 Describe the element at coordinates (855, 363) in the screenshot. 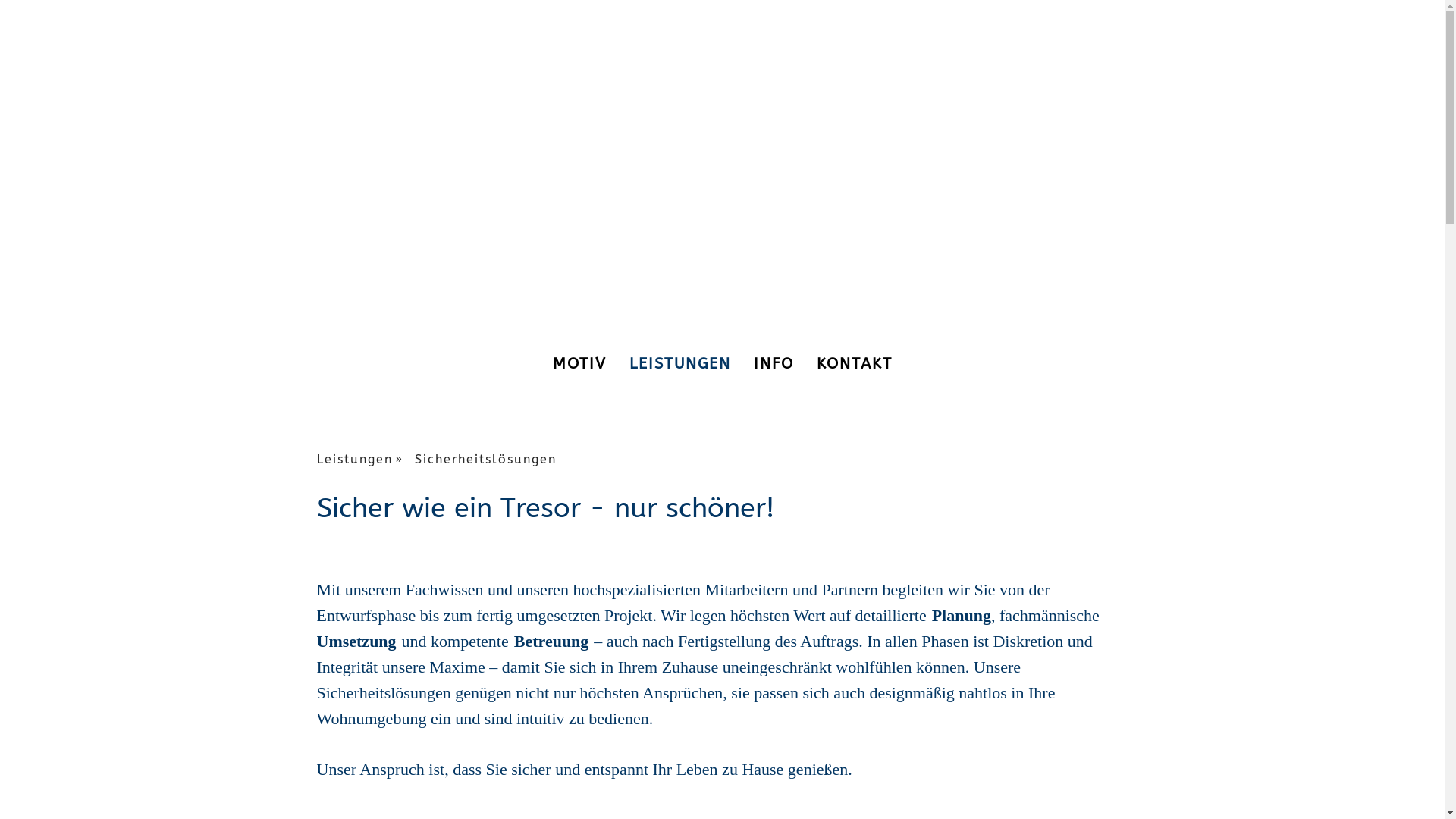

I see `'KONTAKT'` at that location.